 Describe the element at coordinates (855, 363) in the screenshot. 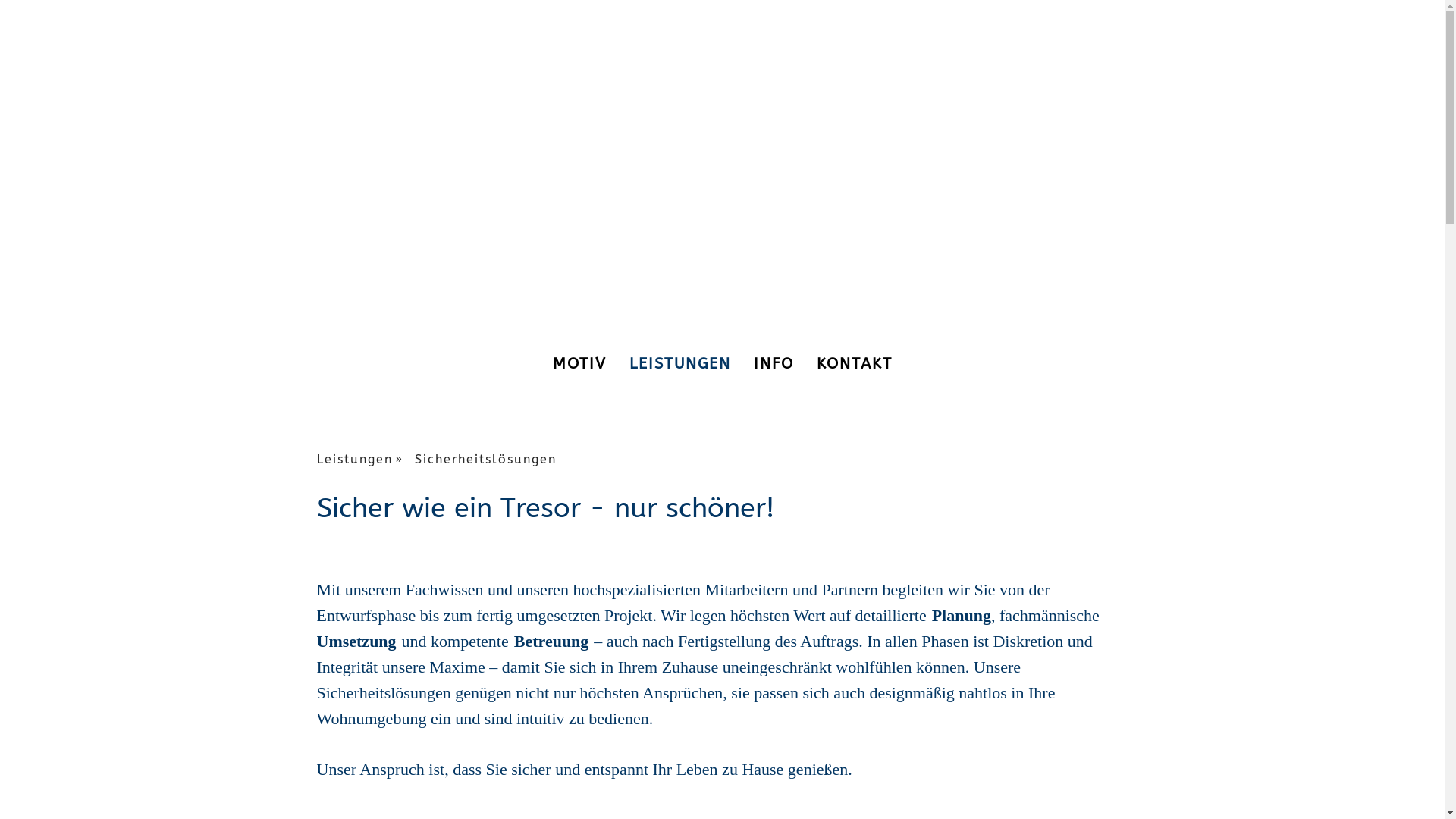

I see `'KONTAKT'` at that location.